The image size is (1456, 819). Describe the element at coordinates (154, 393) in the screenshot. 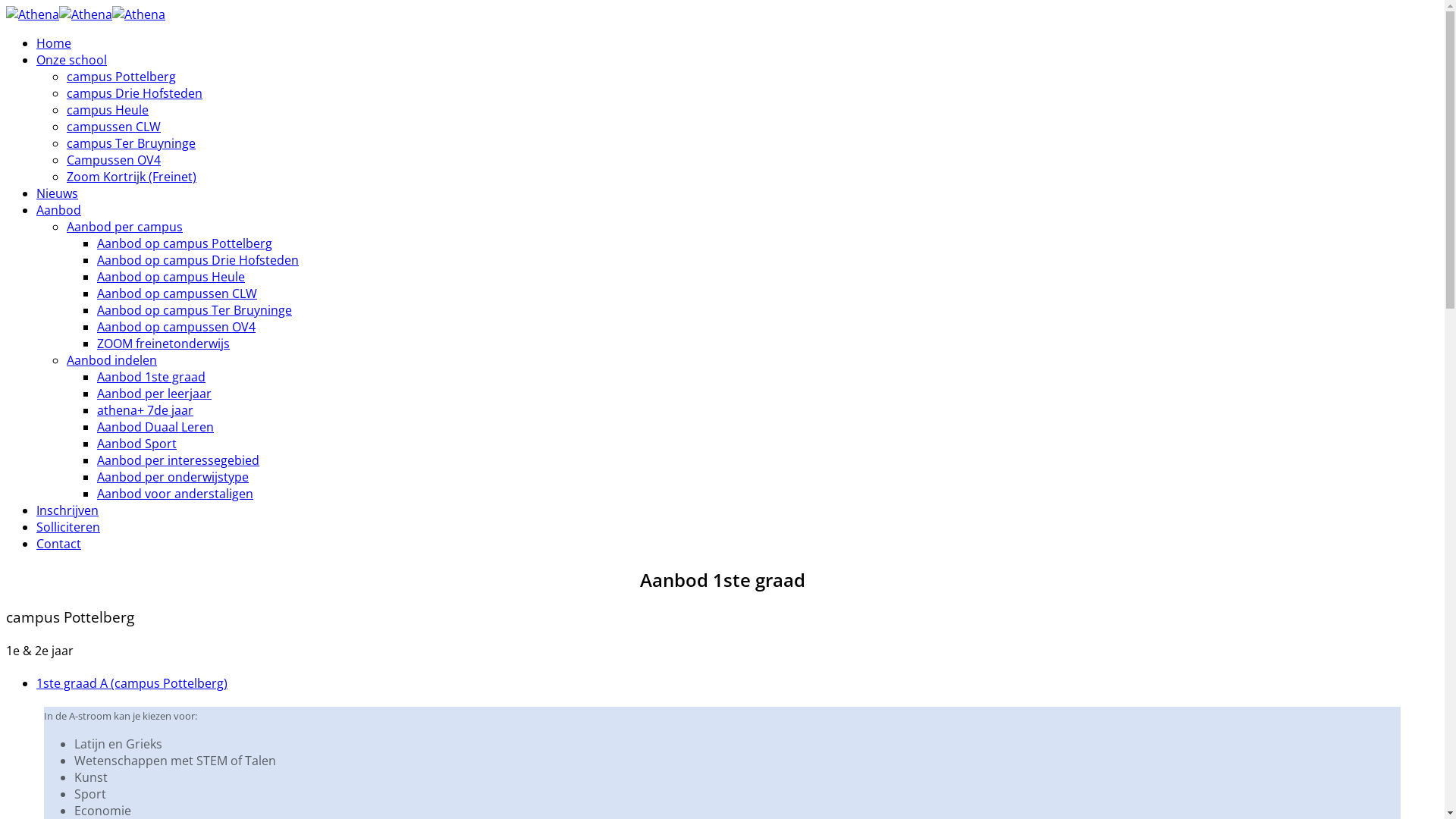

I see `'Aanbod per leerjaar'` at that location.